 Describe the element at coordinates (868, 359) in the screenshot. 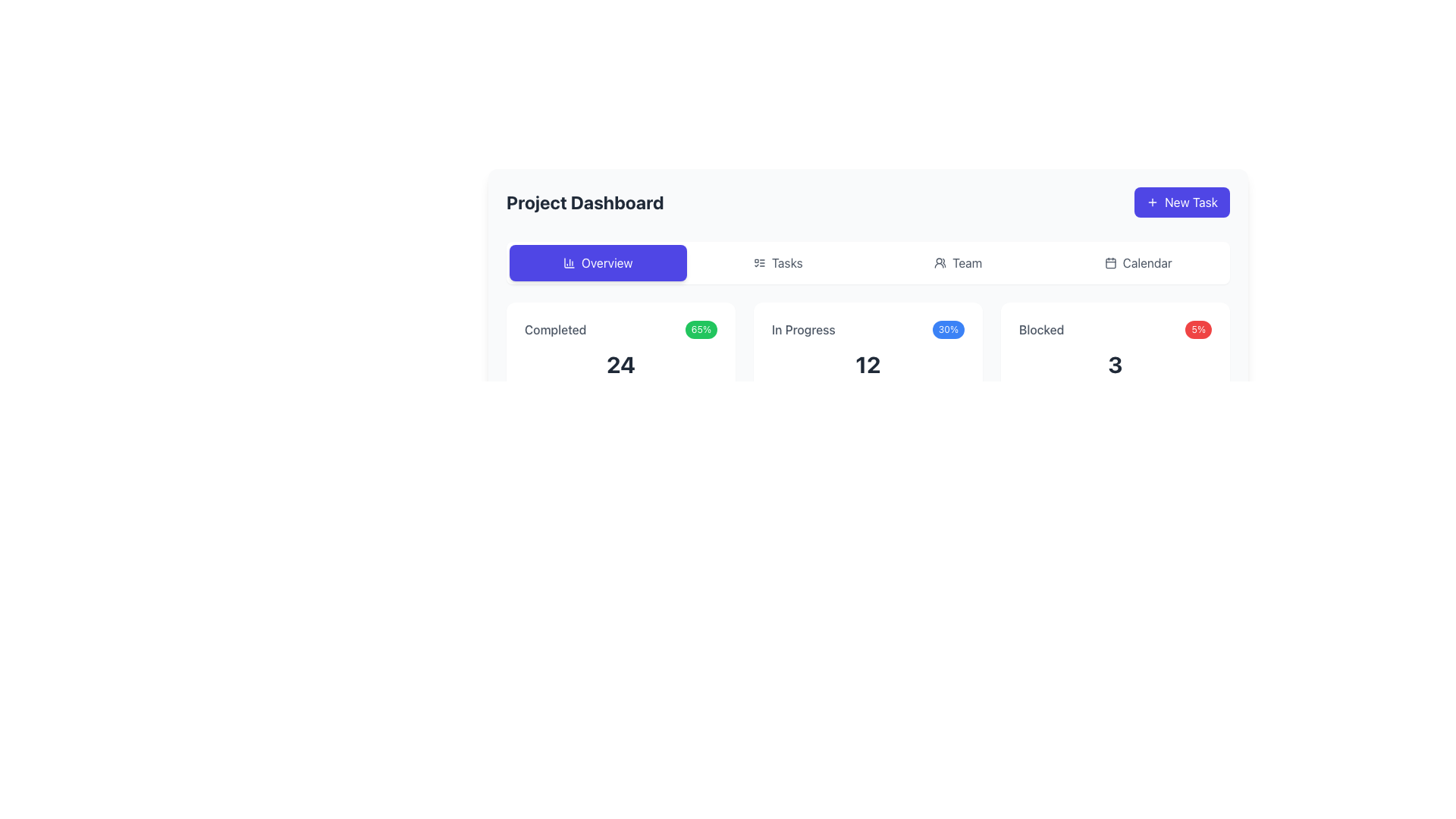

I see `the Informational Card that provides details about the ongoing progress of tasks, positioned as the second card in a row of three, between the 'Completed' and 'Blocked' cards` at that location.